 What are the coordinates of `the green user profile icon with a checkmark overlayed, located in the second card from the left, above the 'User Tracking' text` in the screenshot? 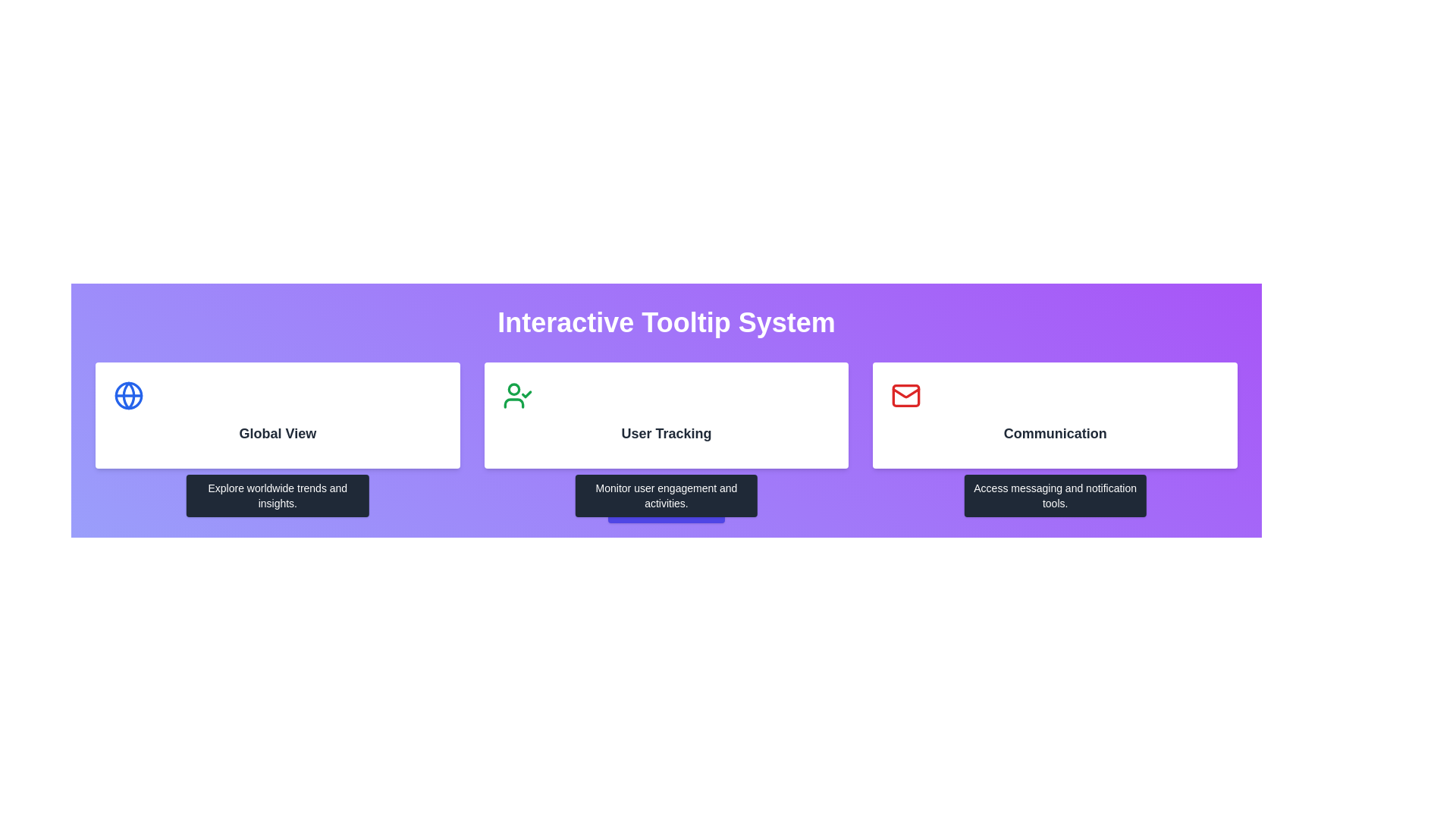 It's located at (517, 394).